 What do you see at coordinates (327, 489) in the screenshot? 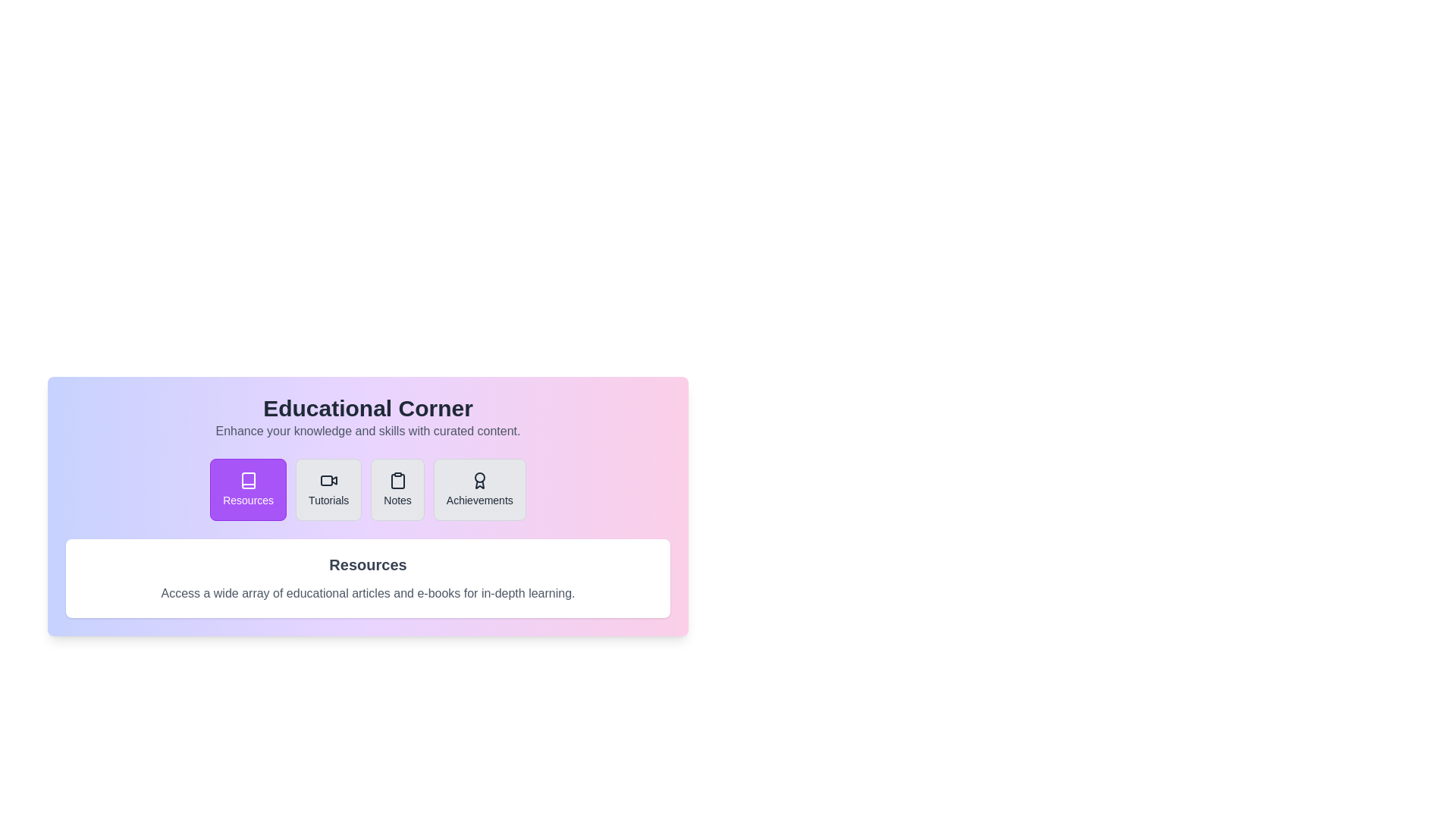
I see `the tab labeled Tutorials` at bounding box center [327, 489].